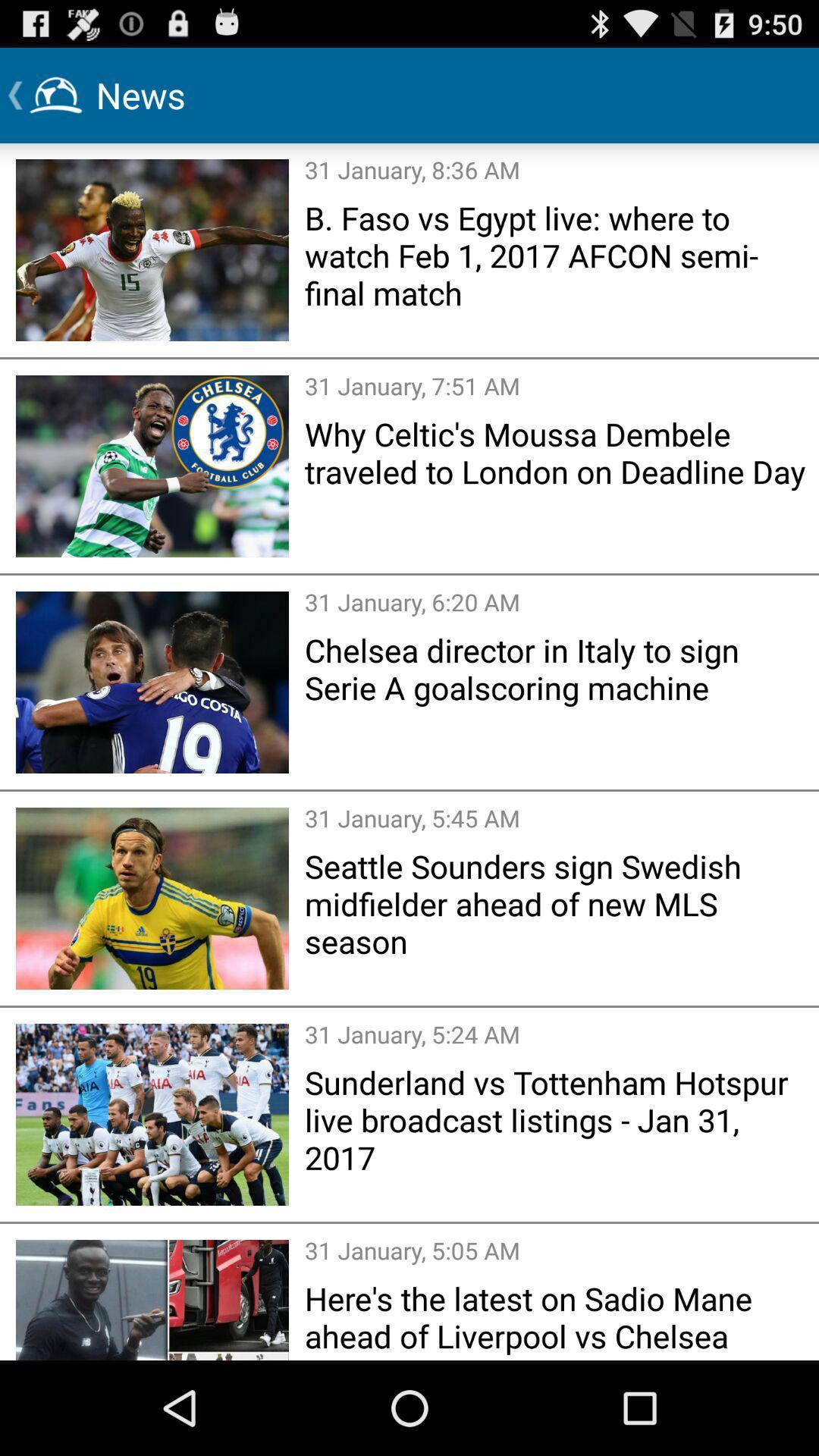 The width and height of the screenshot is (819, 1456). What do you see at coordinates (557, 903) in the screenshot?
I see `seattle sounders sign icon` at bounding box center [557, 903].